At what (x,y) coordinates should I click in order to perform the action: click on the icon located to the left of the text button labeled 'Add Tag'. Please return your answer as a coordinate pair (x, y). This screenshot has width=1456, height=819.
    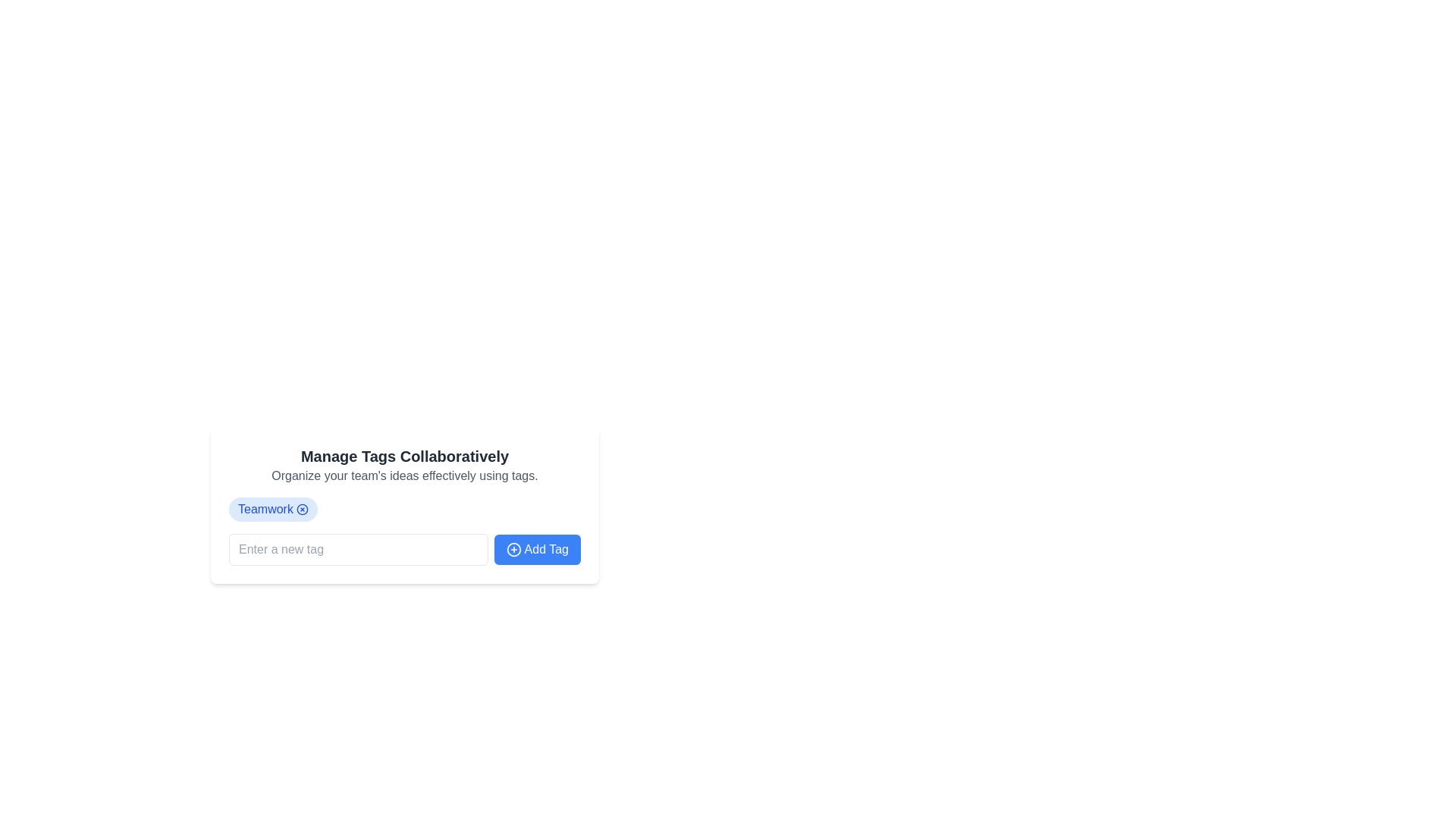
    Looking at the image, I should click on (513, 550).